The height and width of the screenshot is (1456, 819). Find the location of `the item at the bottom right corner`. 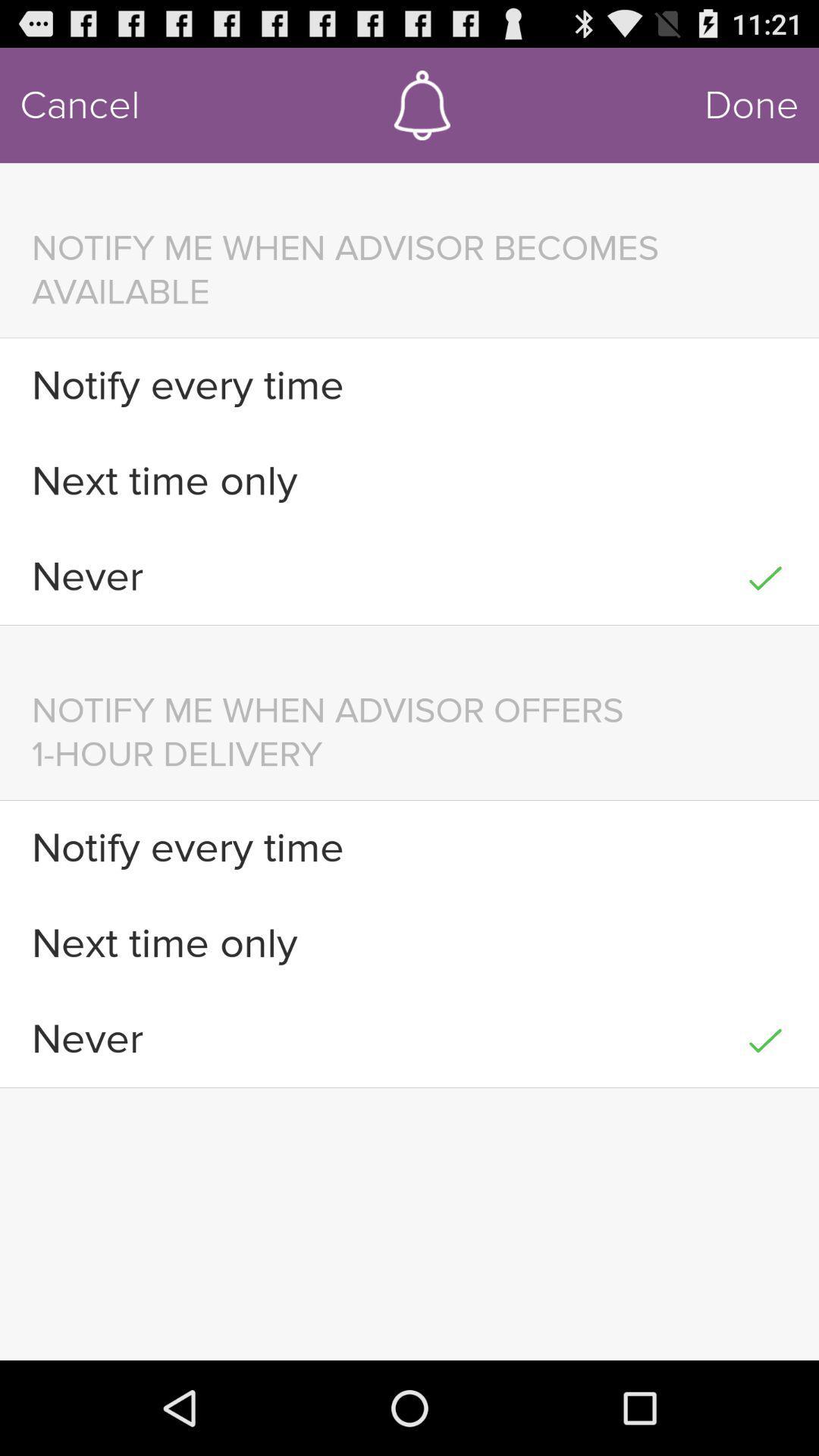

the item at the bottom right corner is located at coordinates (765, 1038).